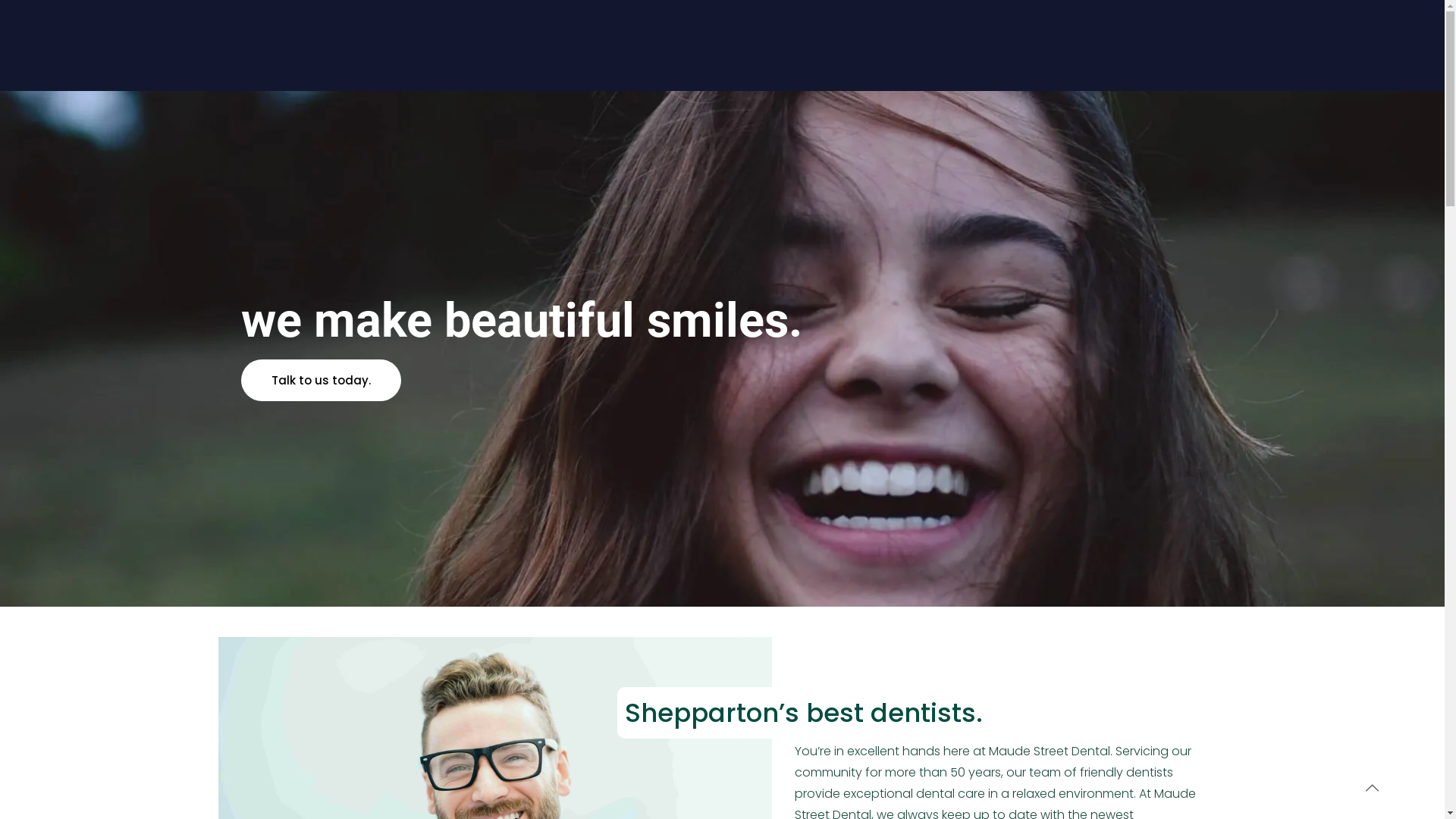 This screenshot has width=1456, height=819. What do you see at coordinates (240, 379) in the screenshot?
I see `'Talk to us today.'` at bounding box center [240, 379].